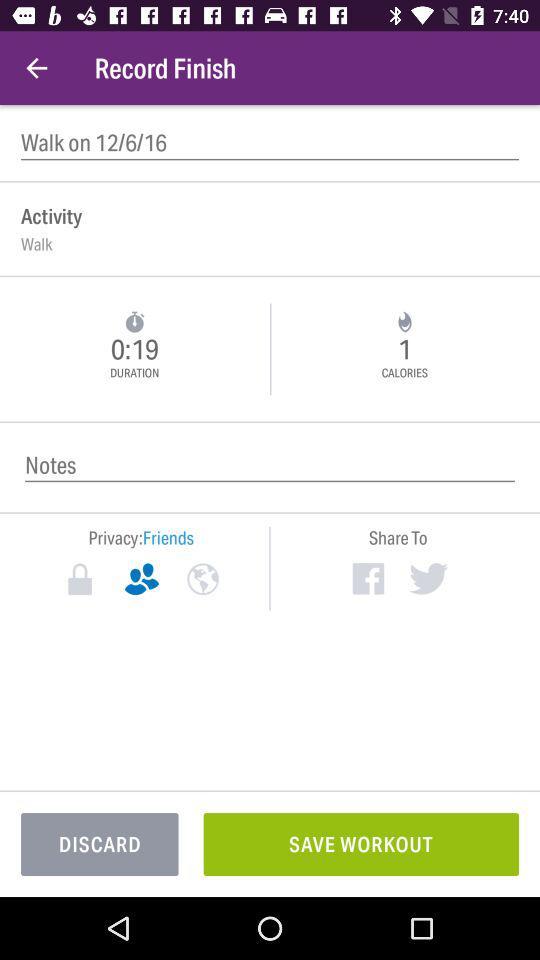 This screenshot has height=960, width=540. What do you see at coordinates (360, 843) in the screenshot?
I see `the icon to the right of the discard` at bounding box center [360, 843].